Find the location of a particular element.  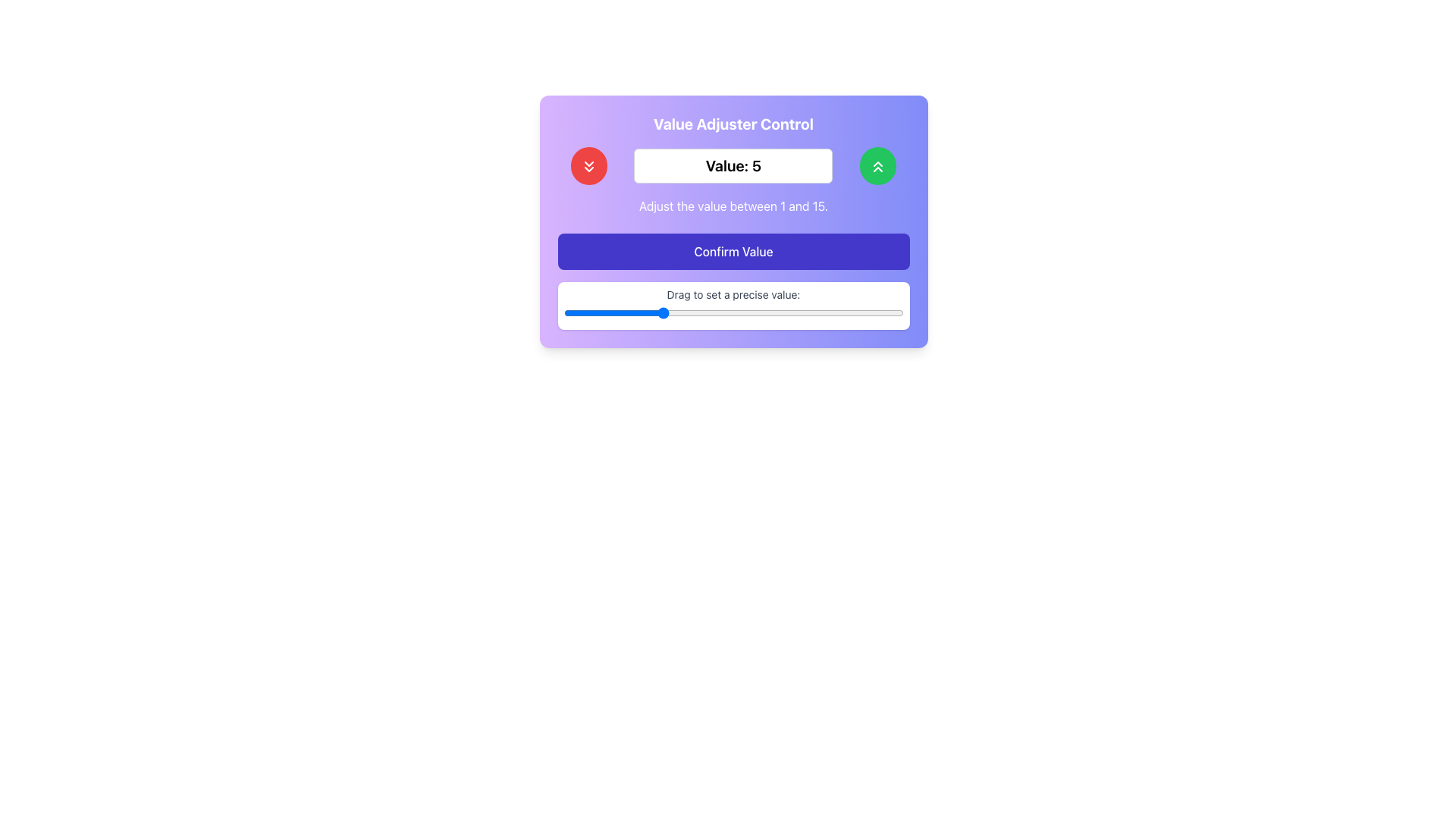

the static text element that informs users about the valid range for value adjustment, located in the 'Value Adjuster Control' card component, directly below the value display field is located at coordinates (733, 206).